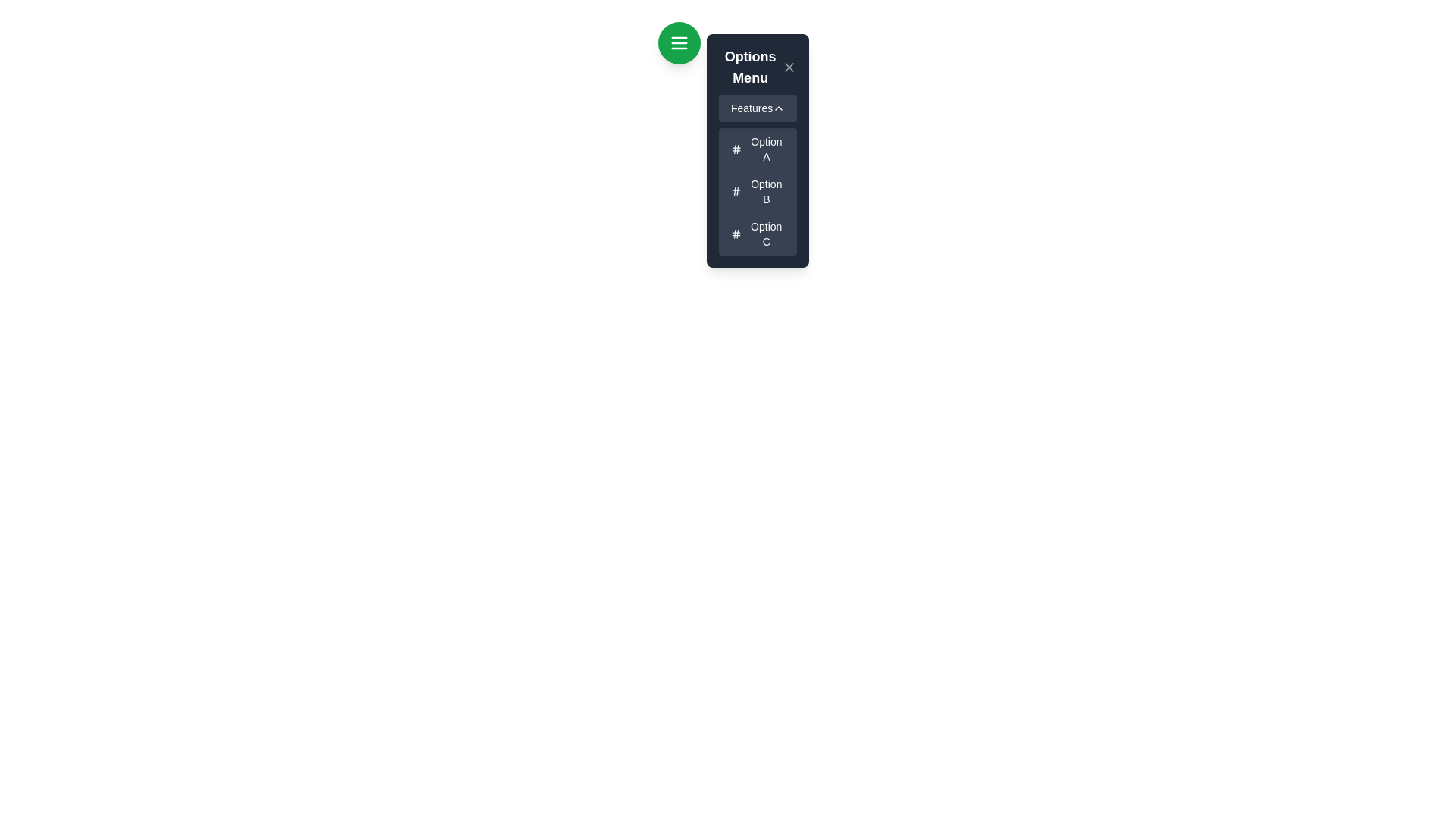  I want to click on the close button located in the top-right corner of the 'Options Menu', so click(789, 66).